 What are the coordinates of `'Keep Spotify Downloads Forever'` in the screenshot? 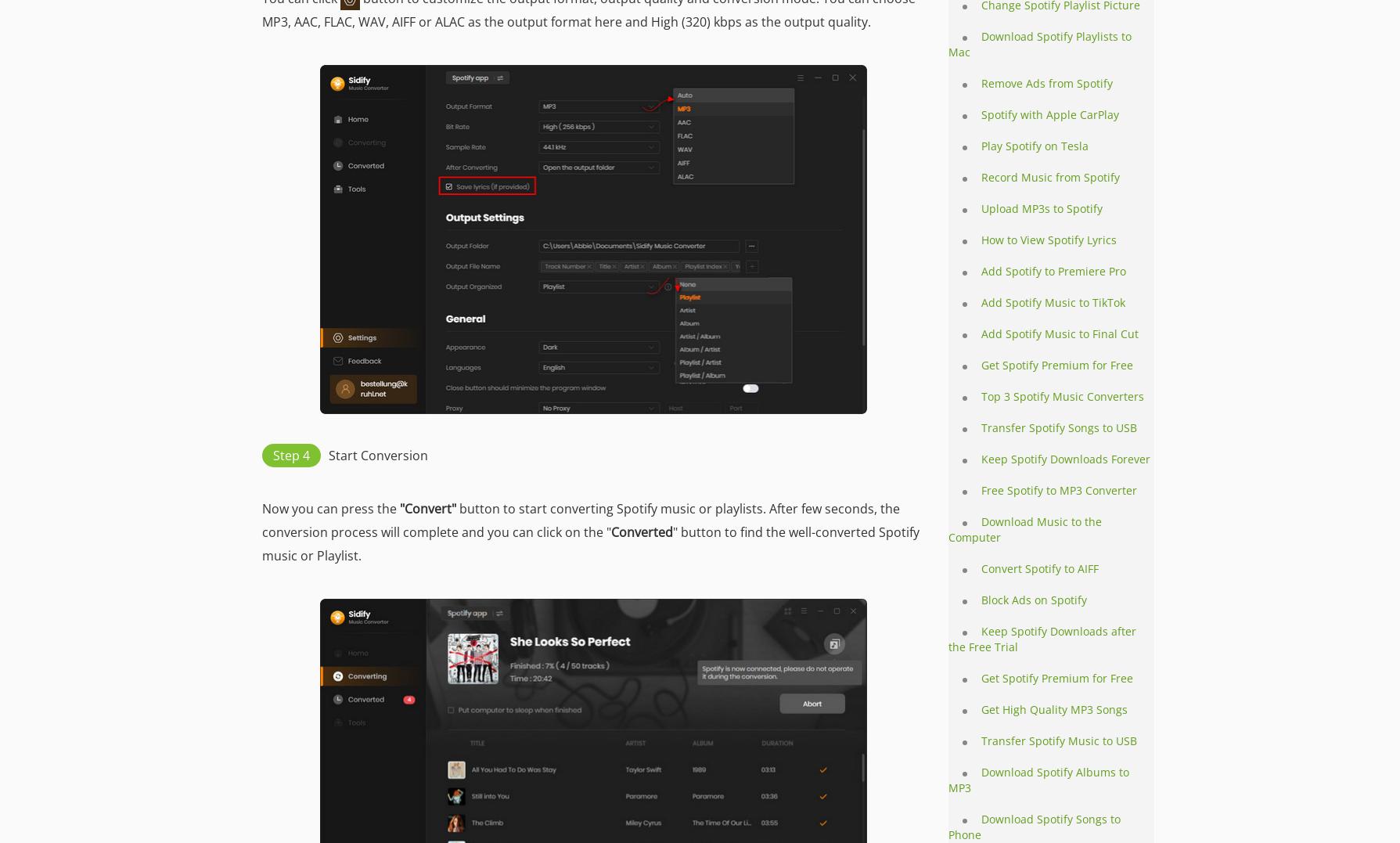 It's located at (1065, 458).